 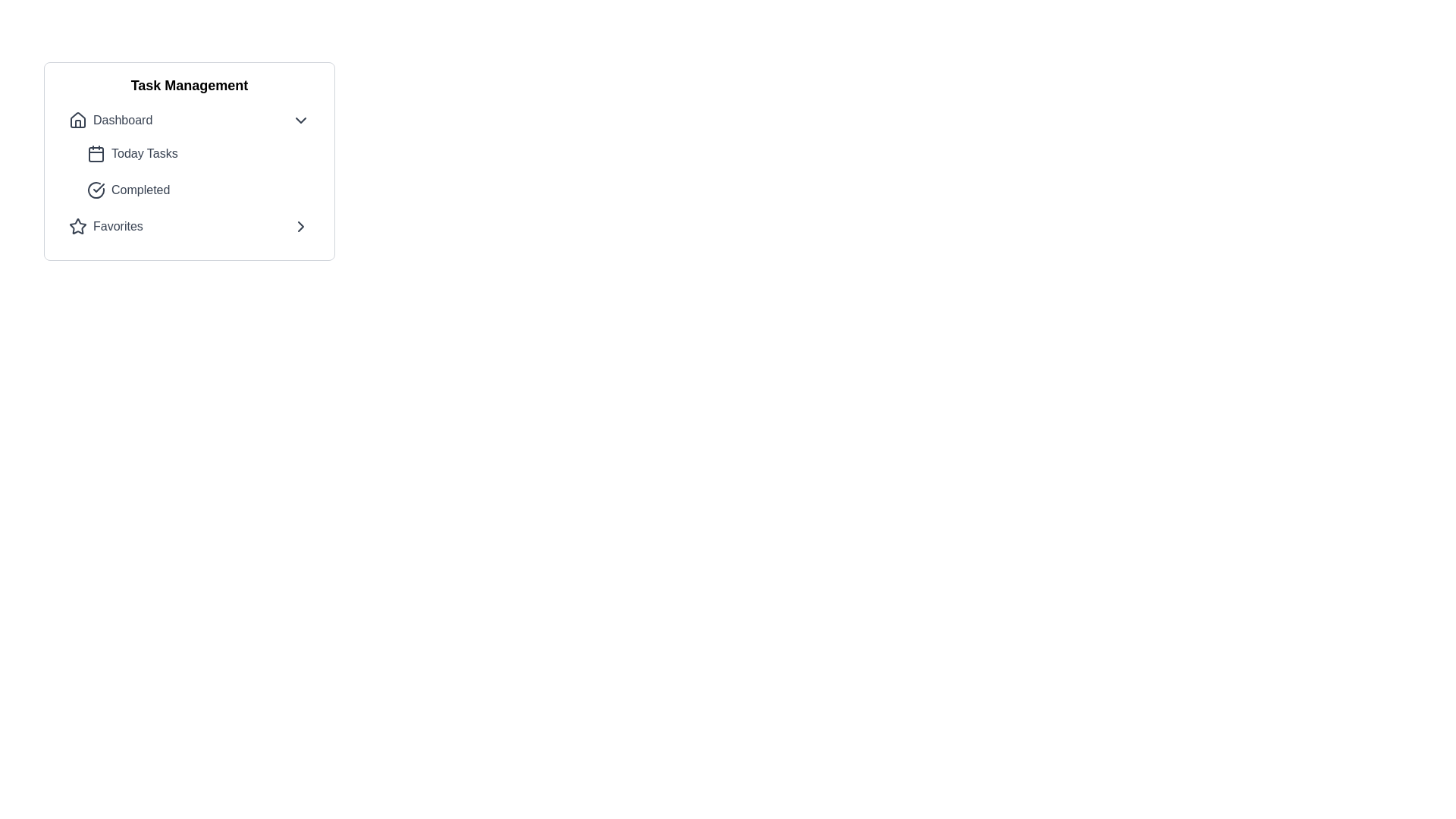 What do you see at coordinates (123, 119) in the screenshot?
I see `the 'Dashboard' text label, which is styled with medium font weight and is located to the right of a small house-like icon in the 'Task Management' sidebar menu` at bounding box center [123, 119].